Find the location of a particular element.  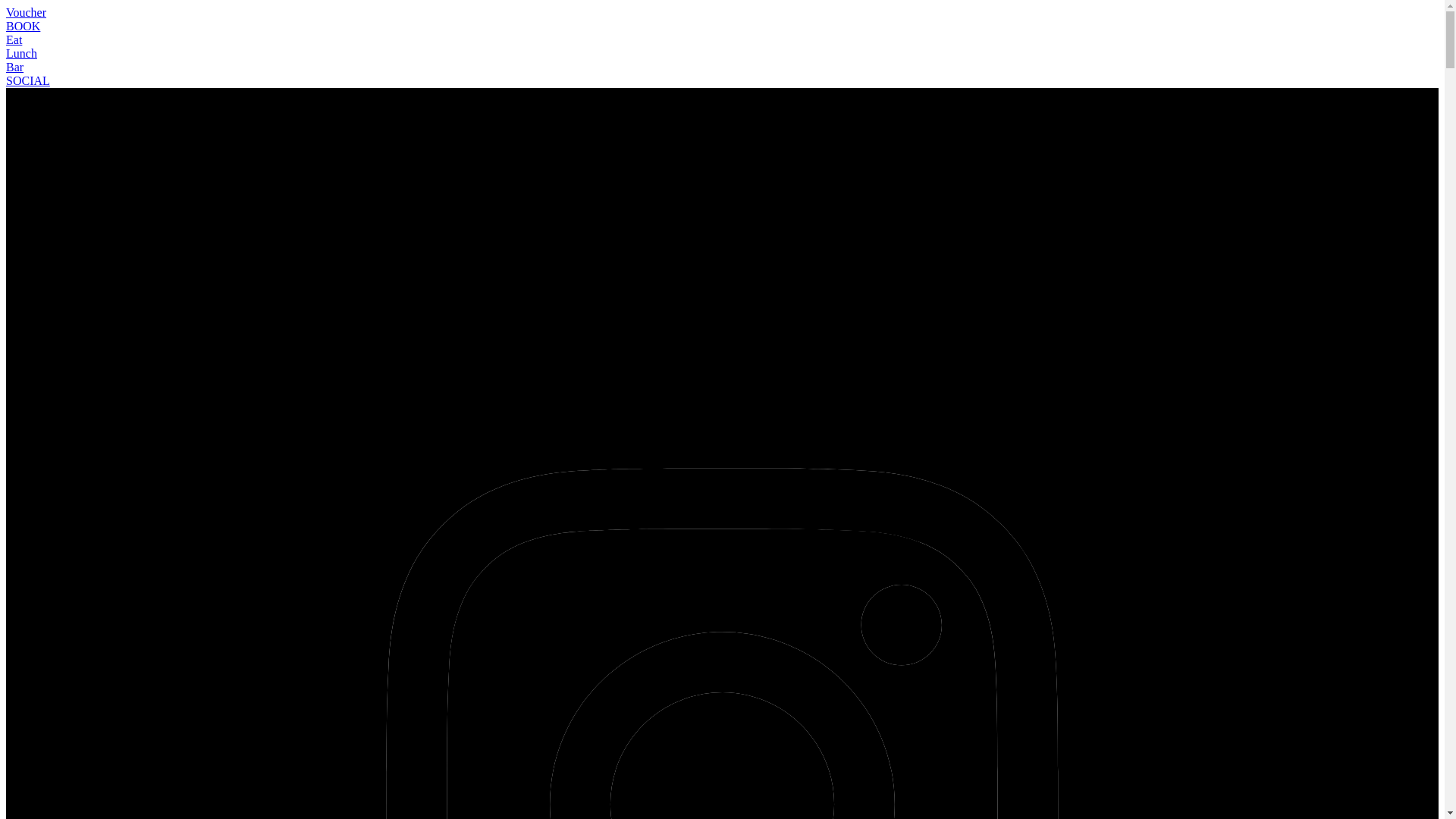

'BOOK' is located at coordinates (23, 26).